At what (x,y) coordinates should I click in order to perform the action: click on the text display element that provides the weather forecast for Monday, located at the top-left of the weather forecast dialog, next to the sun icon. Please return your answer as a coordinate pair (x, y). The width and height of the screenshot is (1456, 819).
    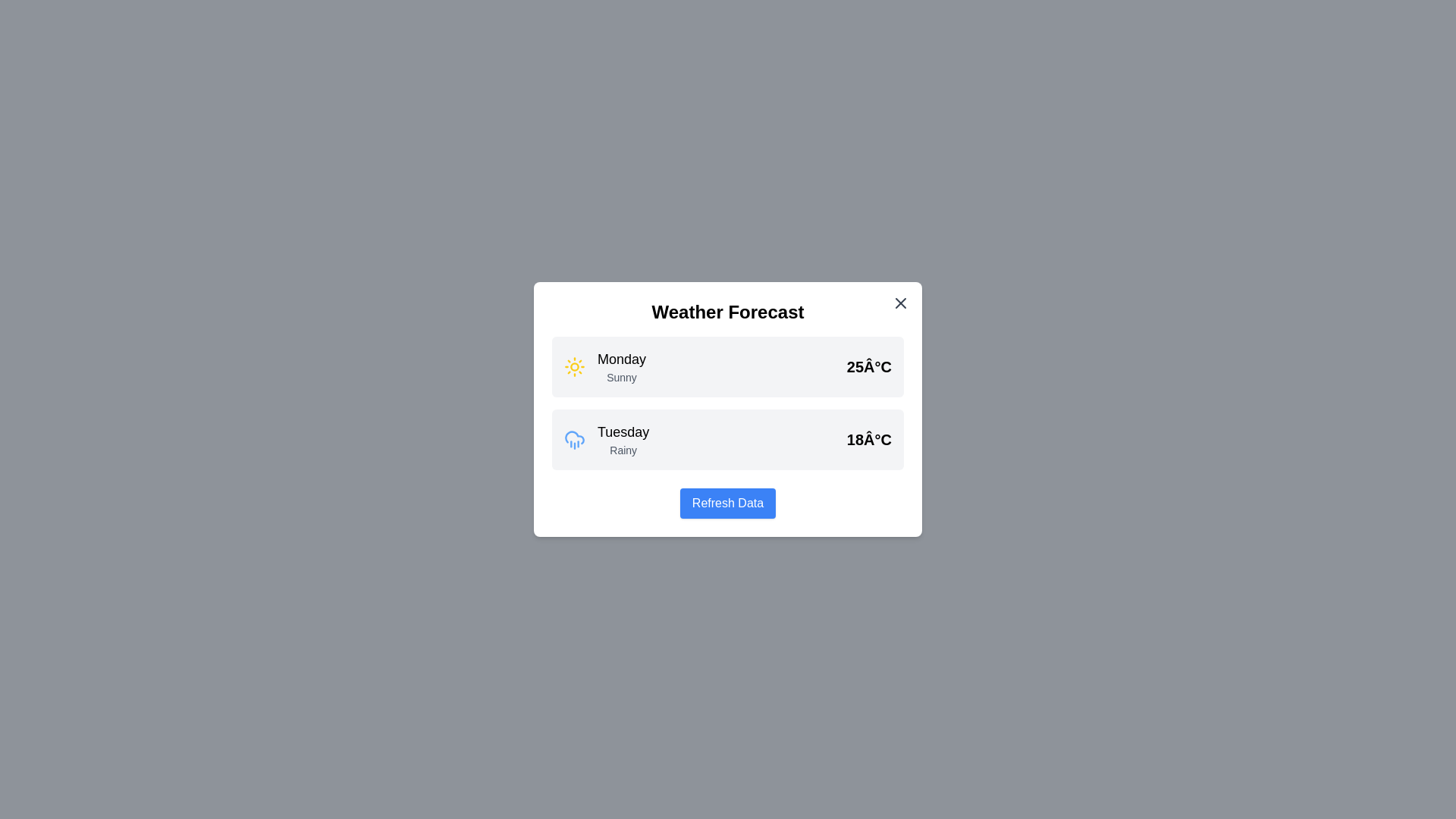
    Looking at the image, I should click on (622, 366).